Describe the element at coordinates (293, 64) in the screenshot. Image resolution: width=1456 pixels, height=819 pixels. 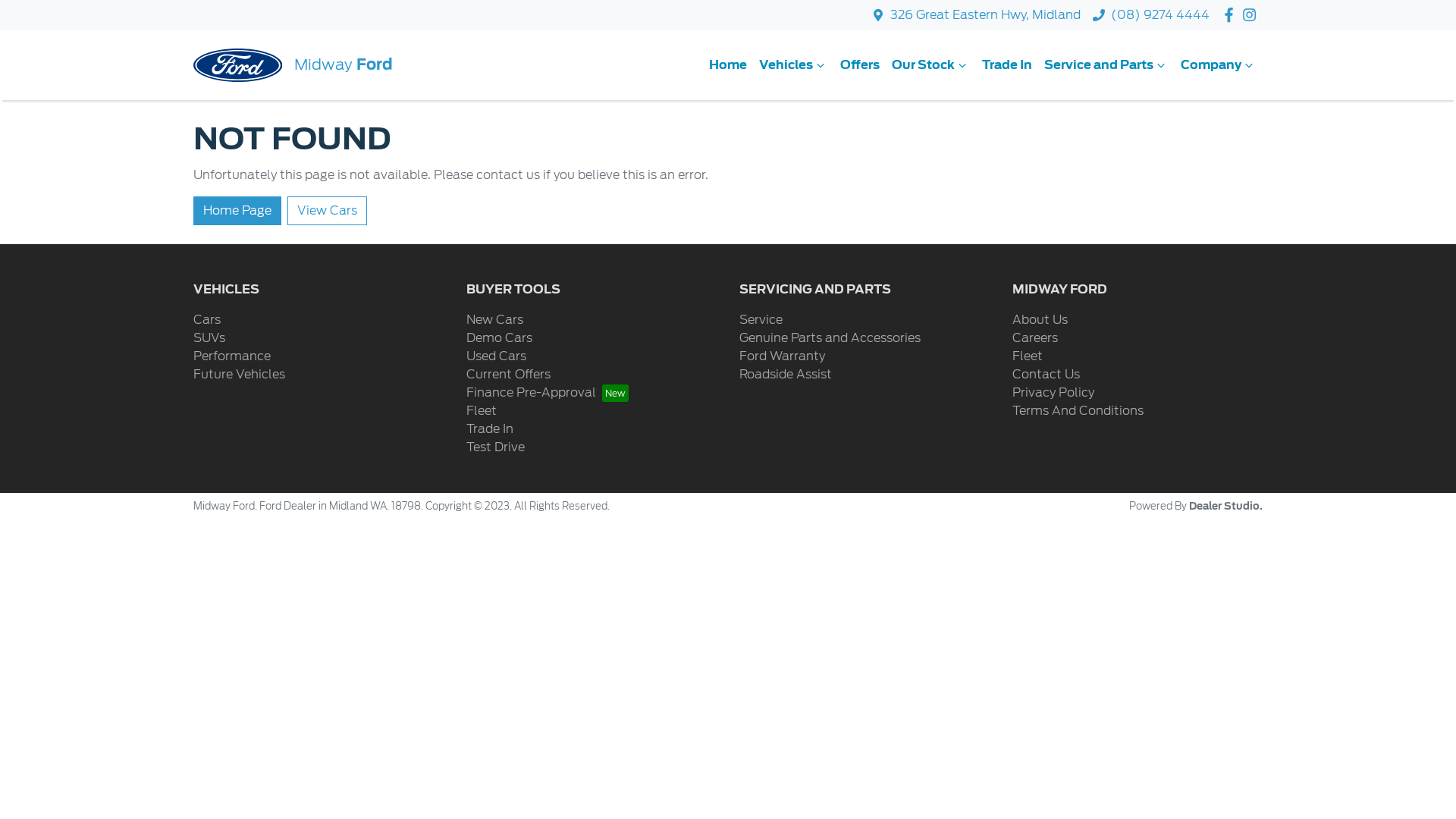
I see `'Midway Ford'` at that location.